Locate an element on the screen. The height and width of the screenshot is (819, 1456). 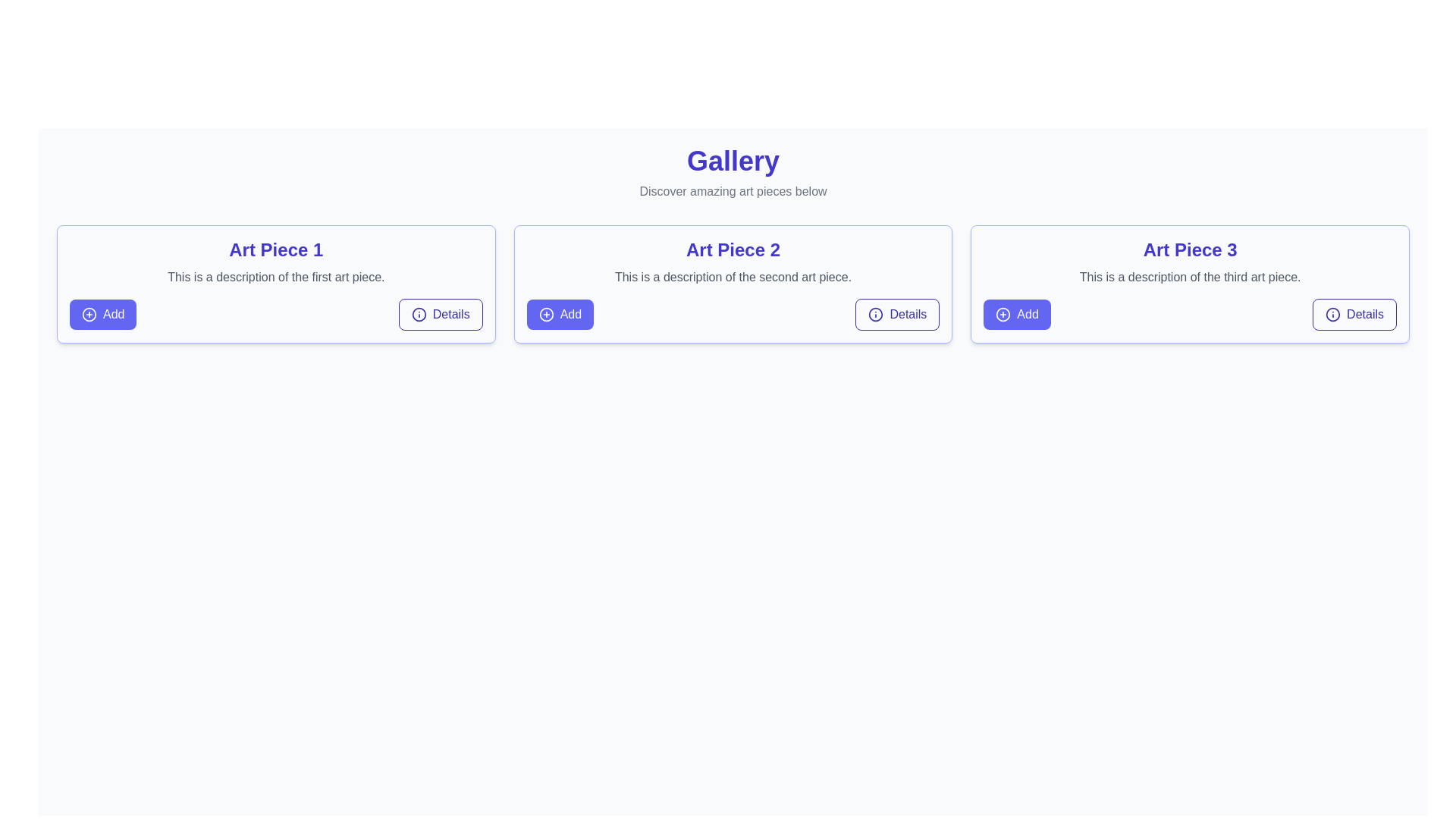
the 'Add' icon located within the left-hand side of the 'Add' button in the card labeled 'Art Piece 2', which is the middle card in a row of three cards is located at coordinates (546, 314).